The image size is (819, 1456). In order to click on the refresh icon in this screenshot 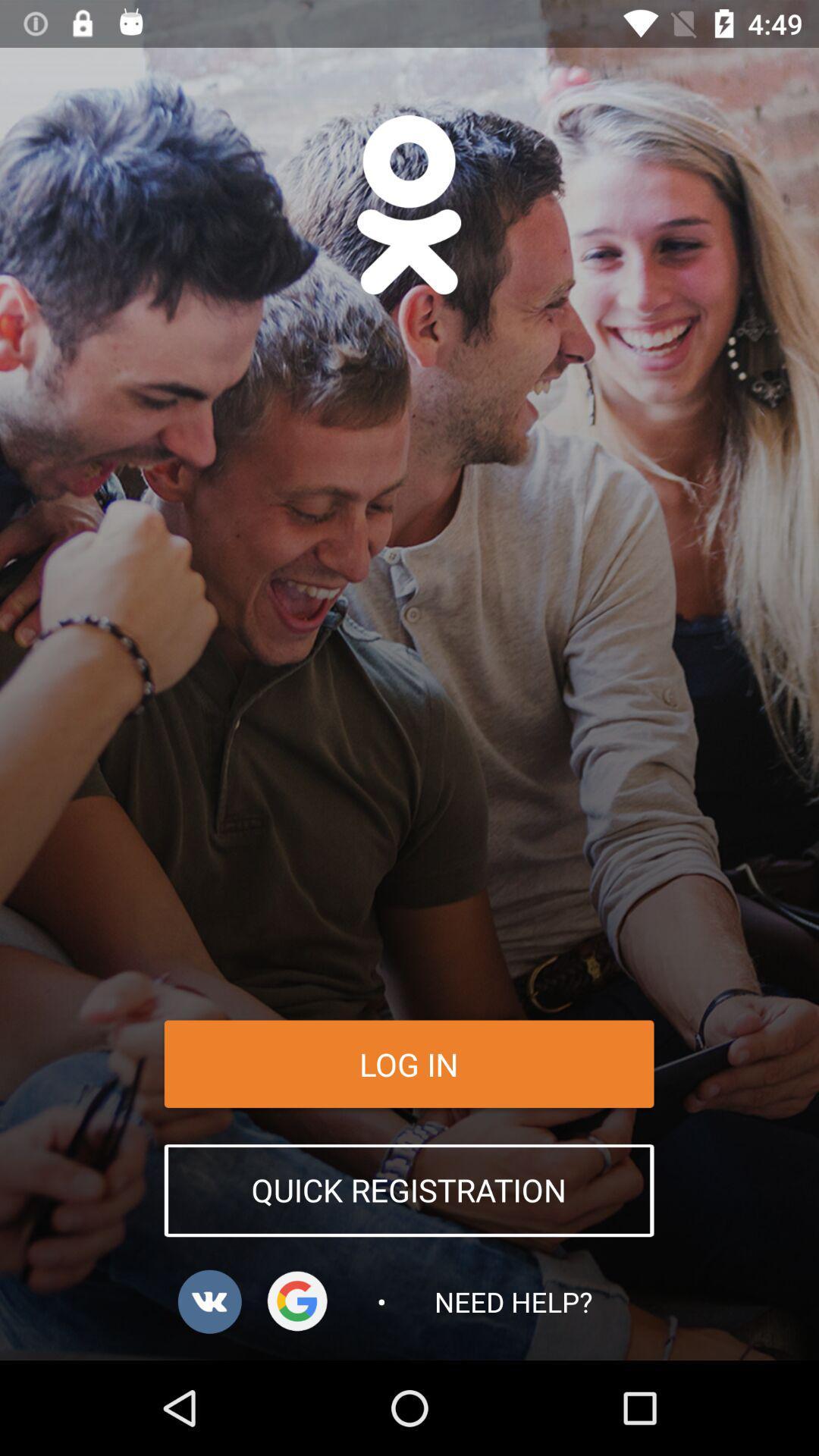, I will do `click(297, 1301)`.